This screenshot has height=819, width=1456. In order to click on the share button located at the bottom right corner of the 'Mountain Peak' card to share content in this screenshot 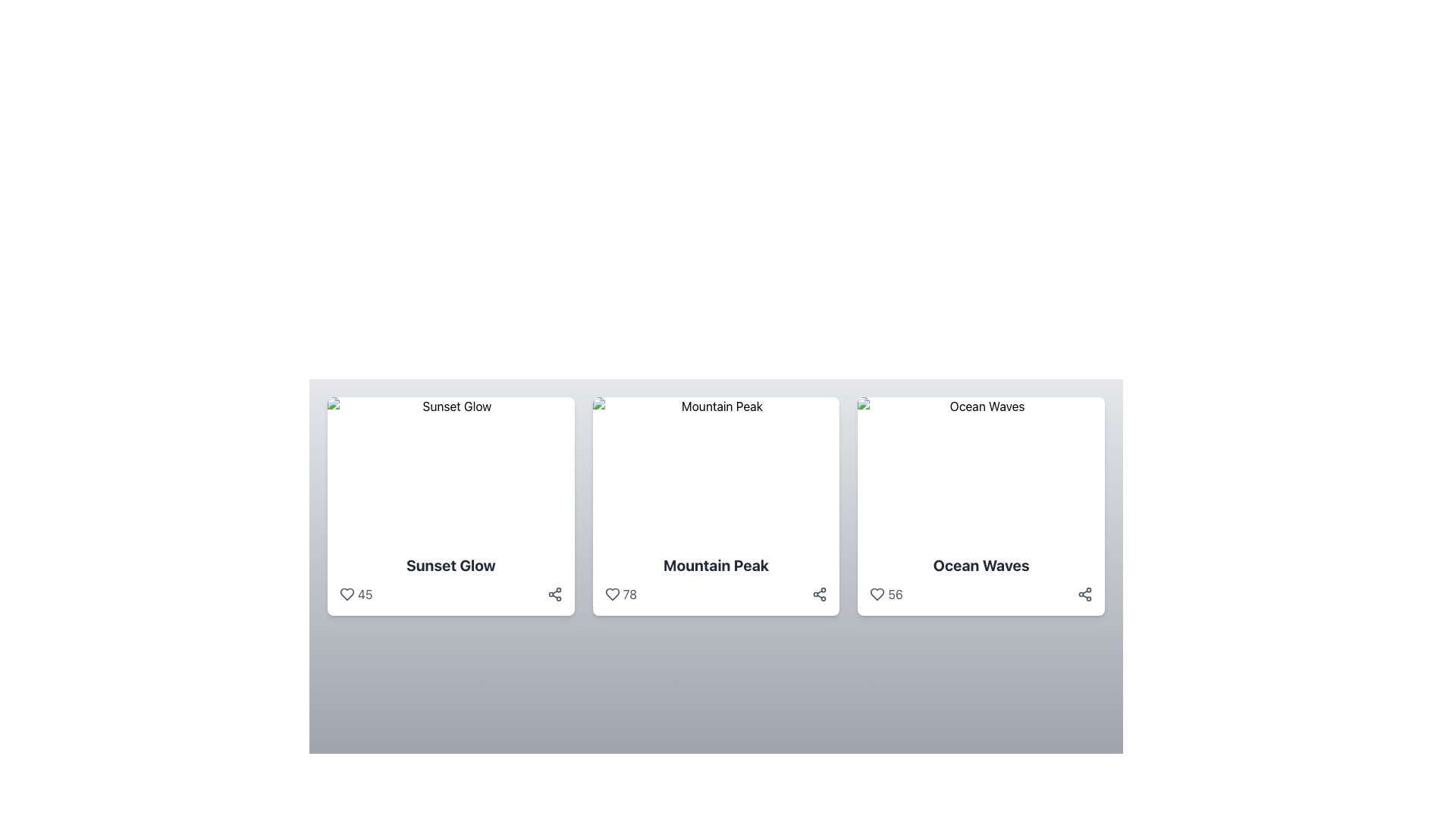, I will do `click(818, 593)`.